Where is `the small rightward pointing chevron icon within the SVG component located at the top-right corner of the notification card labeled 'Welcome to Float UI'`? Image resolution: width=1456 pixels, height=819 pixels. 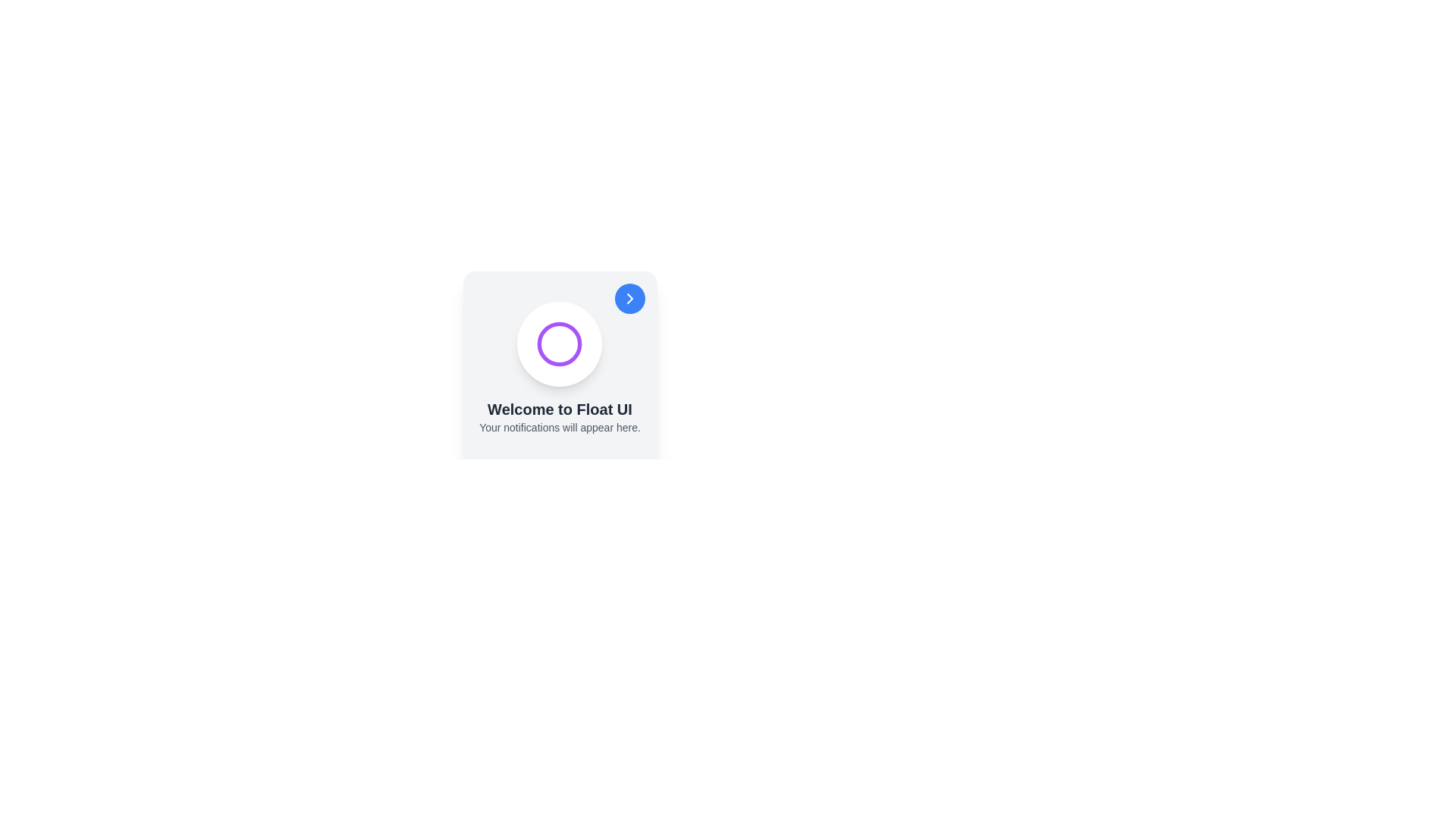
the small rightward pointing chevron icon within the SVG component located at the top-right corner of the notification card labeled 'Welcome to Float UI' is located at coordinates (629, 298).